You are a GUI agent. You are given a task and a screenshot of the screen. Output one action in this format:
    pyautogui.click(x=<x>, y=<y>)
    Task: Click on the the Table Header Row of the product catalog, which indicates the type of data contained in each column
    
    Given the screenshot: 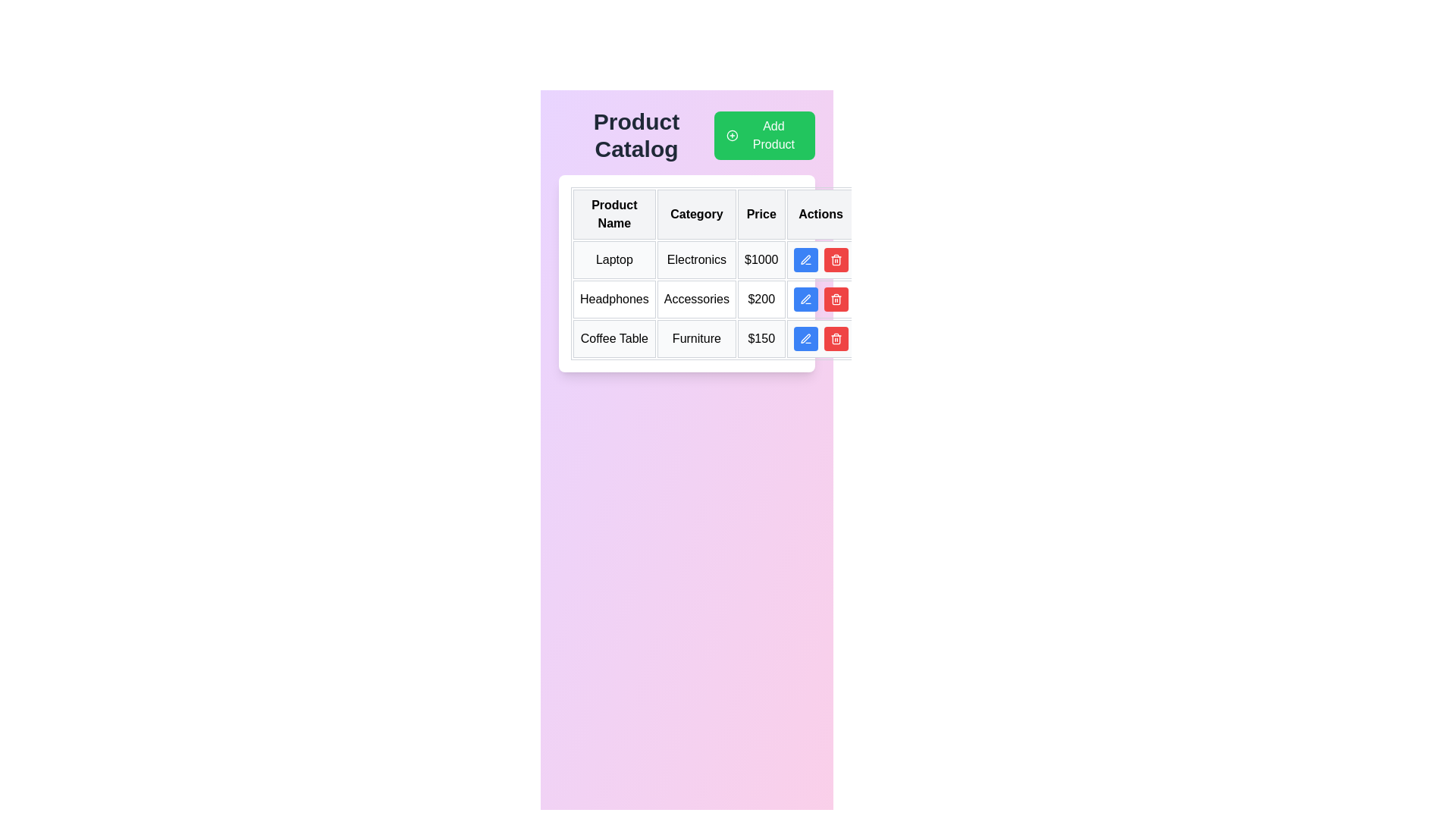 What is the action you would take?
    pyautogui.click(x=713, y=214)
    